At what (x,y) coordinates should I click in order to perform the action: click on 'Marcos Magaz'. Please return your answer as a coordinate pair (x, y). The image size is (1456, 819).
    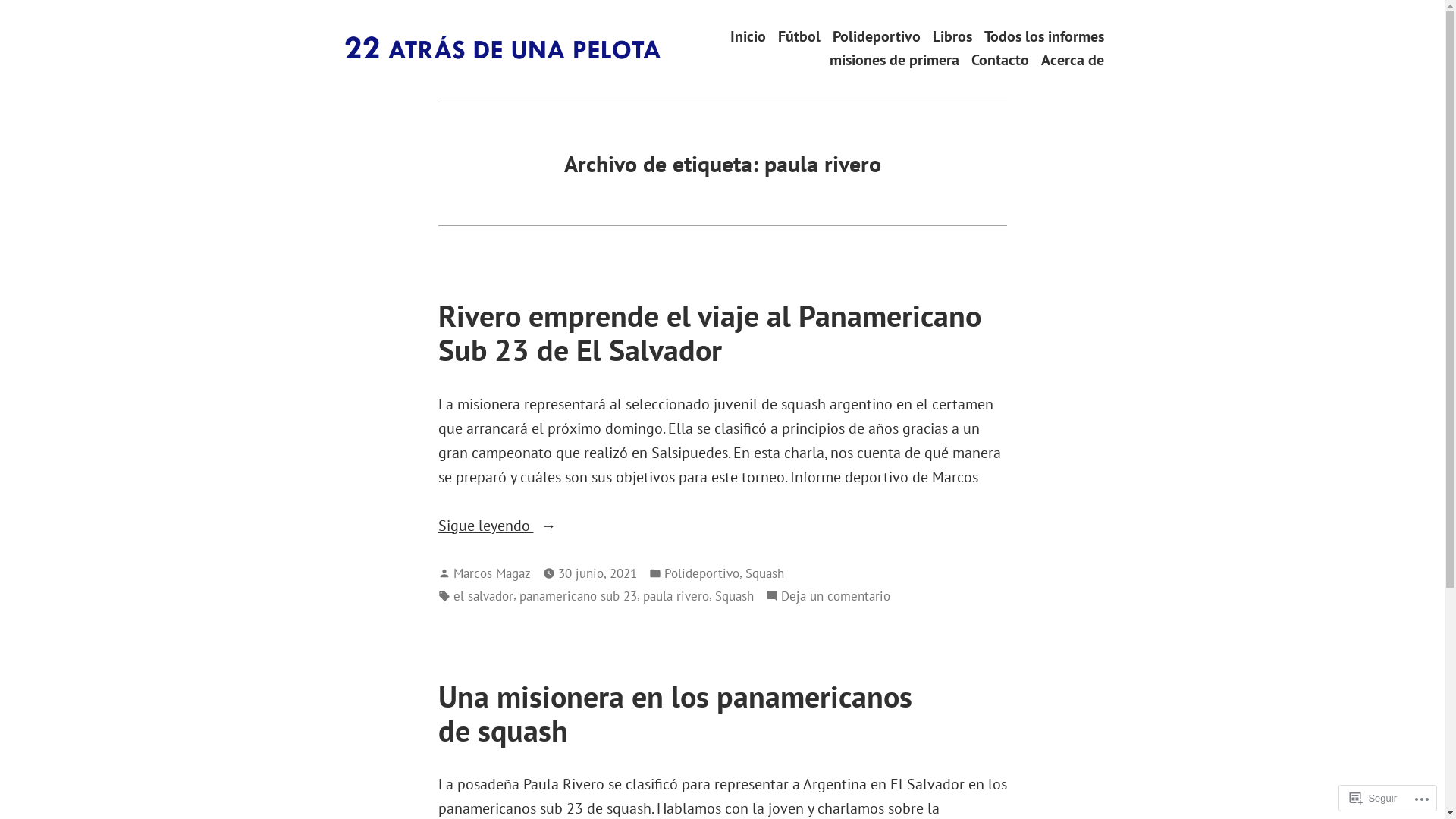
    Looking at the image, I should click on (453, 573).